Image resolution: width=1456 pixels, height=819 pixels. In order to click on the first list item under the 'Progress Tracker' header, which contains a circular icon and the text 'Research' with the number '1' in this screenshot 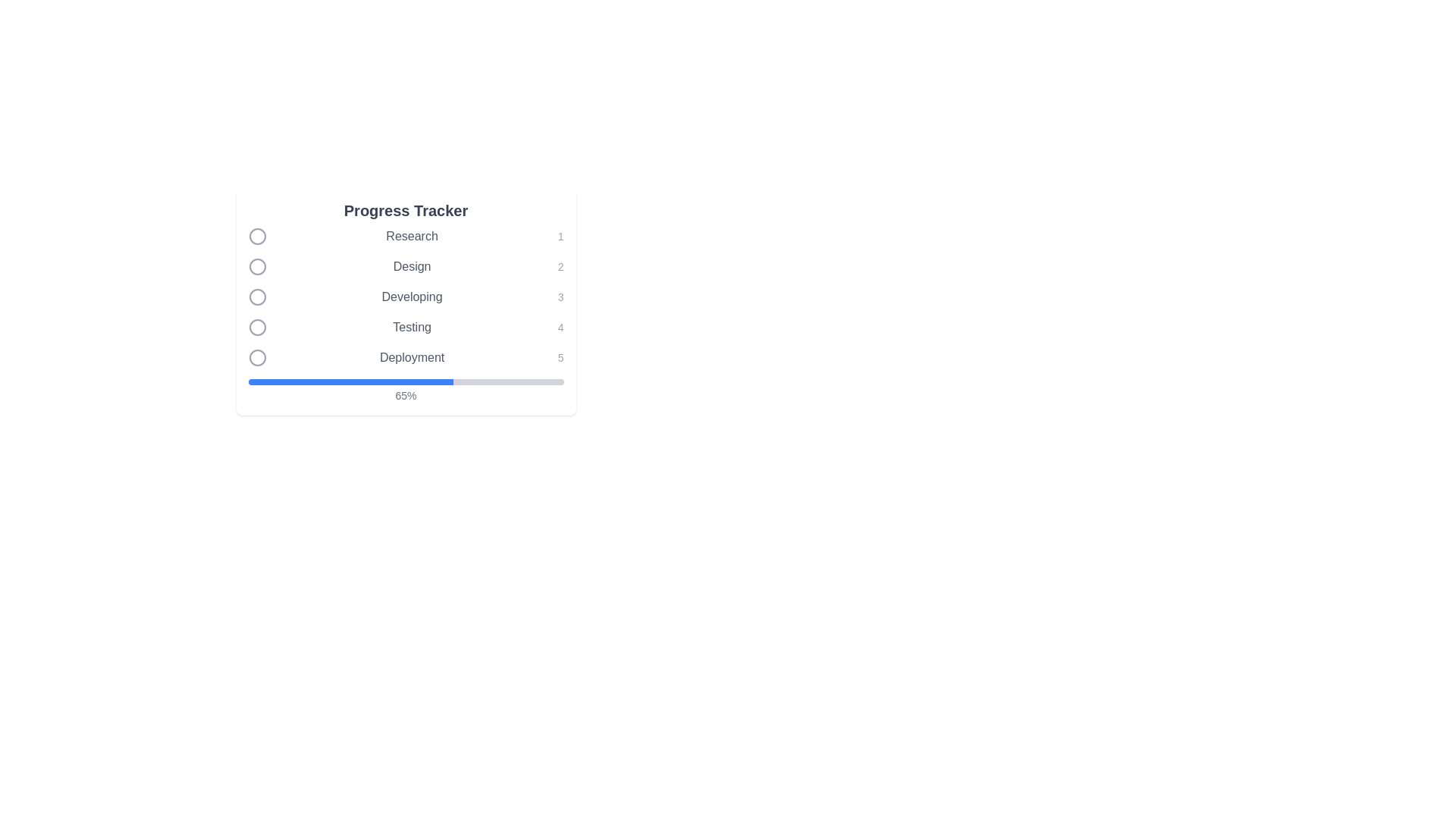, I will do `click(406, 237)`.